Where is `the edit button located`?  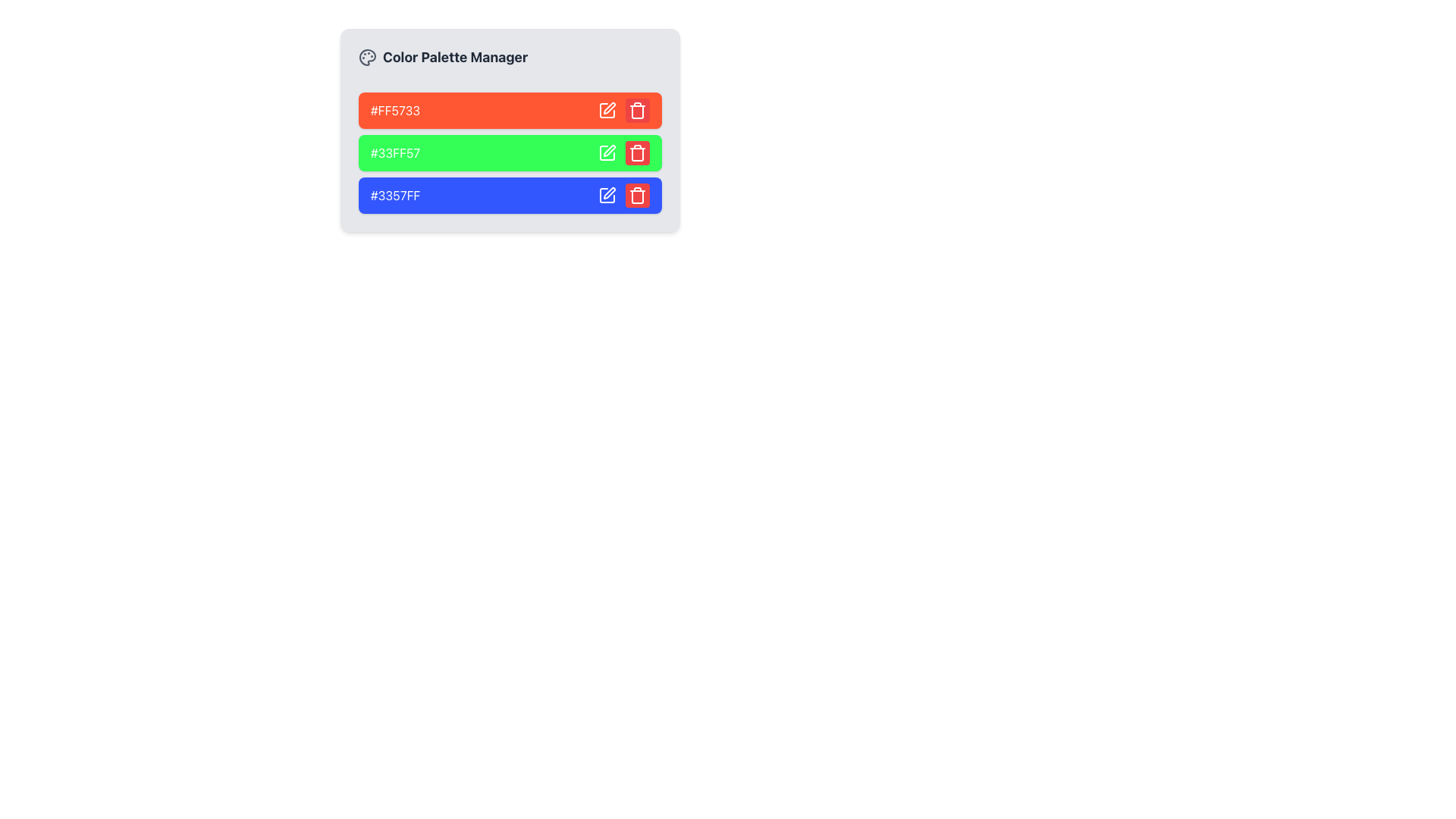 the edit button located is located at coordinates (607, 110).